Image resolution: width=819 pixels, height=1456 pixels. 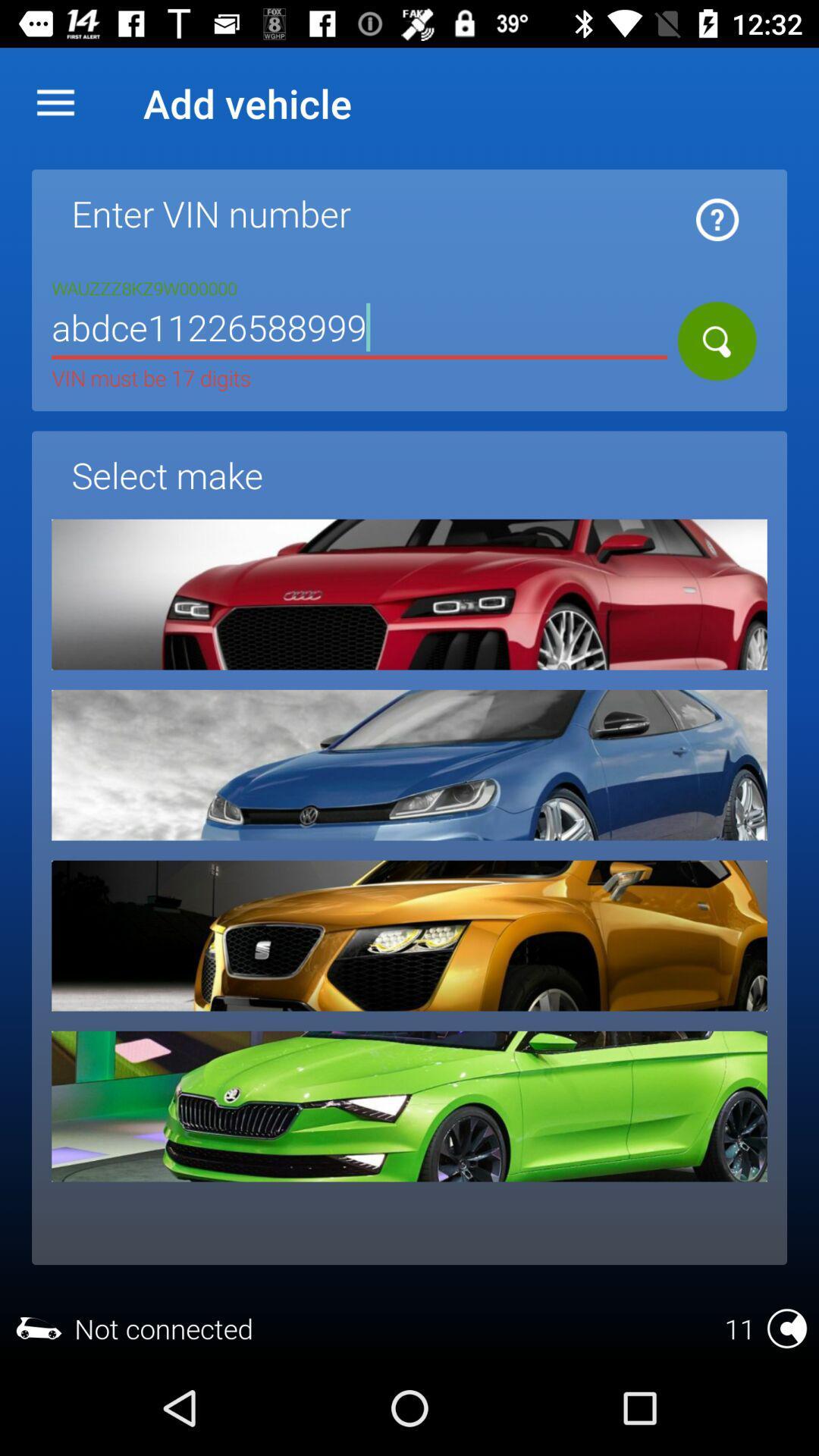 What do you see at coordinates (409, 765) in the screenshot?
I see `volkswagen` at bounding box center [409, 765].